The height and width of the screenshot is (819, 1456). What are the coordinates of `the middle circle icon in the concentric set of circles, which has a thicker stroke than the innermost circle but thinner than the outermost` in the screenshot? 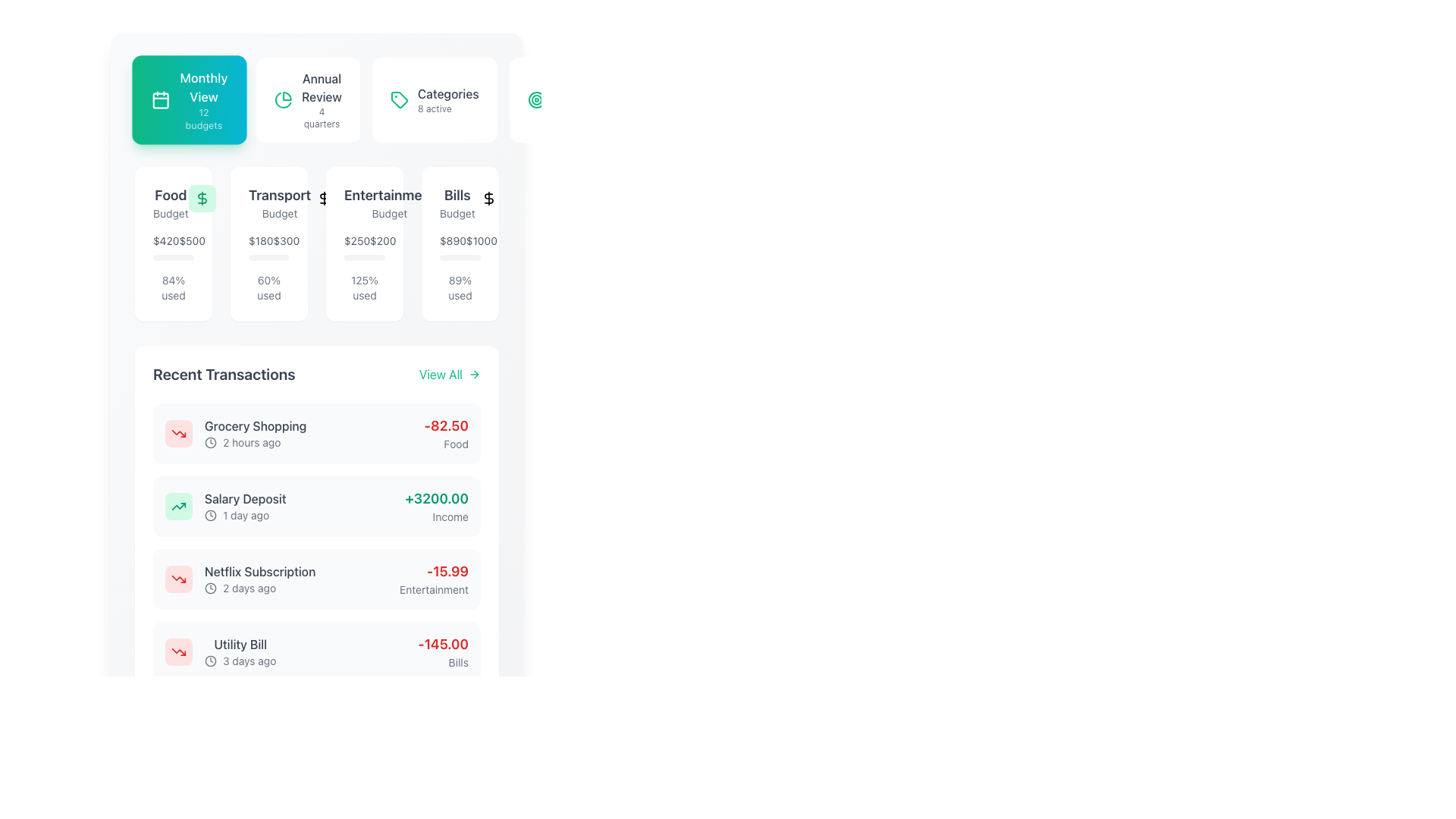 It's located at (536, 99).